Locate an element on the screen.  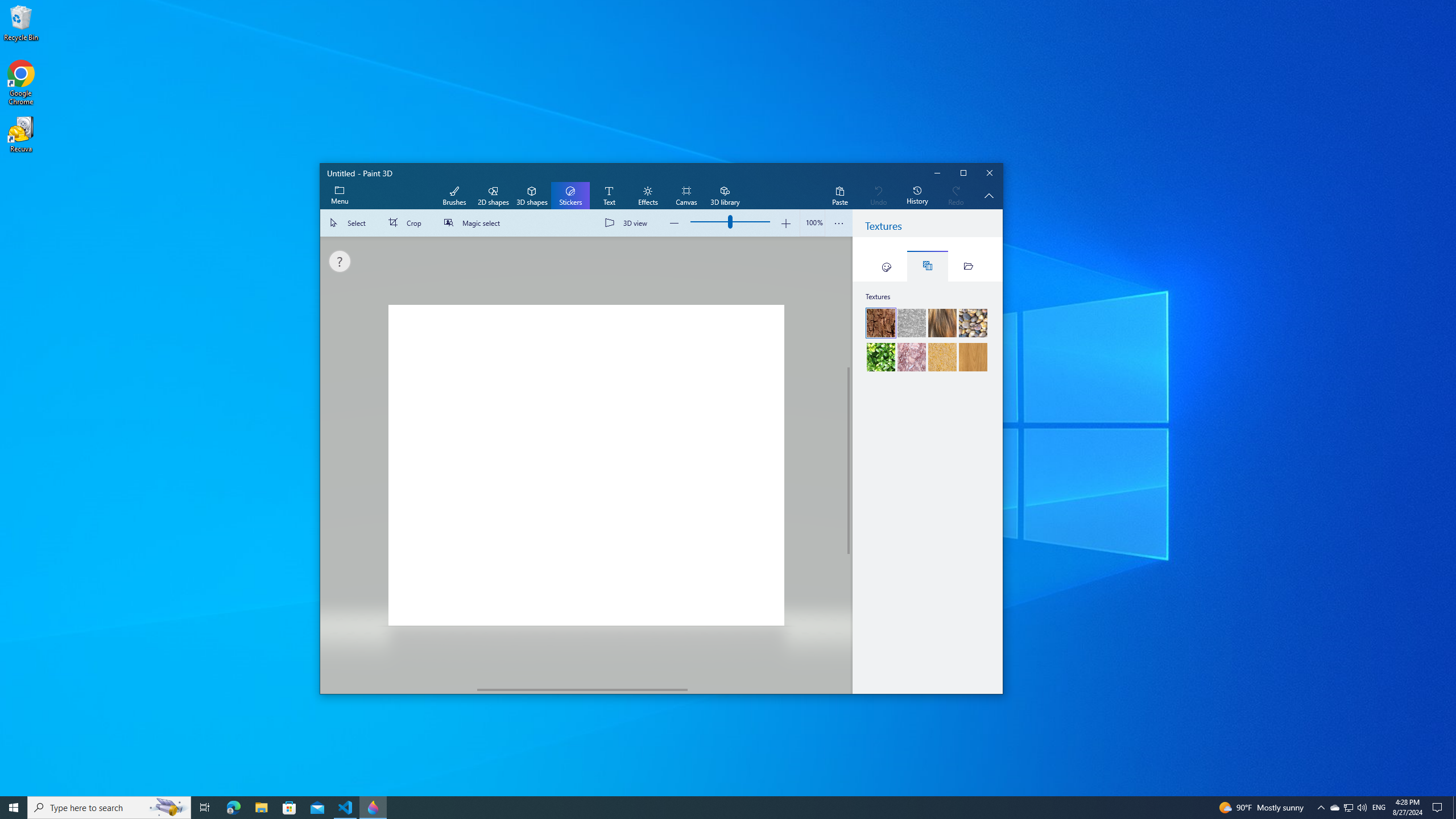
'Hedge' is located at coordinates (880, 357).